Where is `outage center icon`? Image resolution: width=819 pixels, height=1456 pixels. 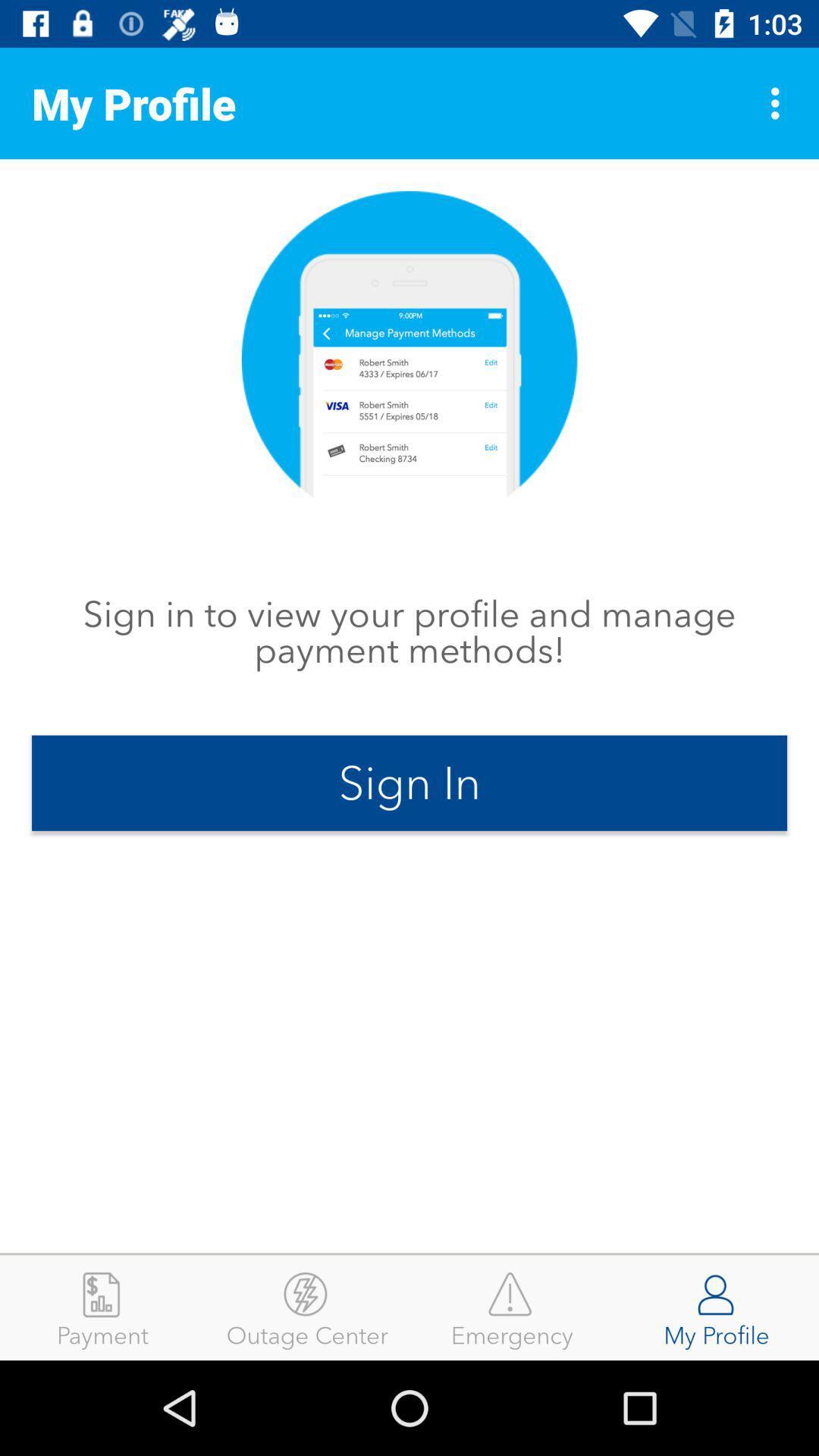
outage center icon is located at coordinates (307, 1307).